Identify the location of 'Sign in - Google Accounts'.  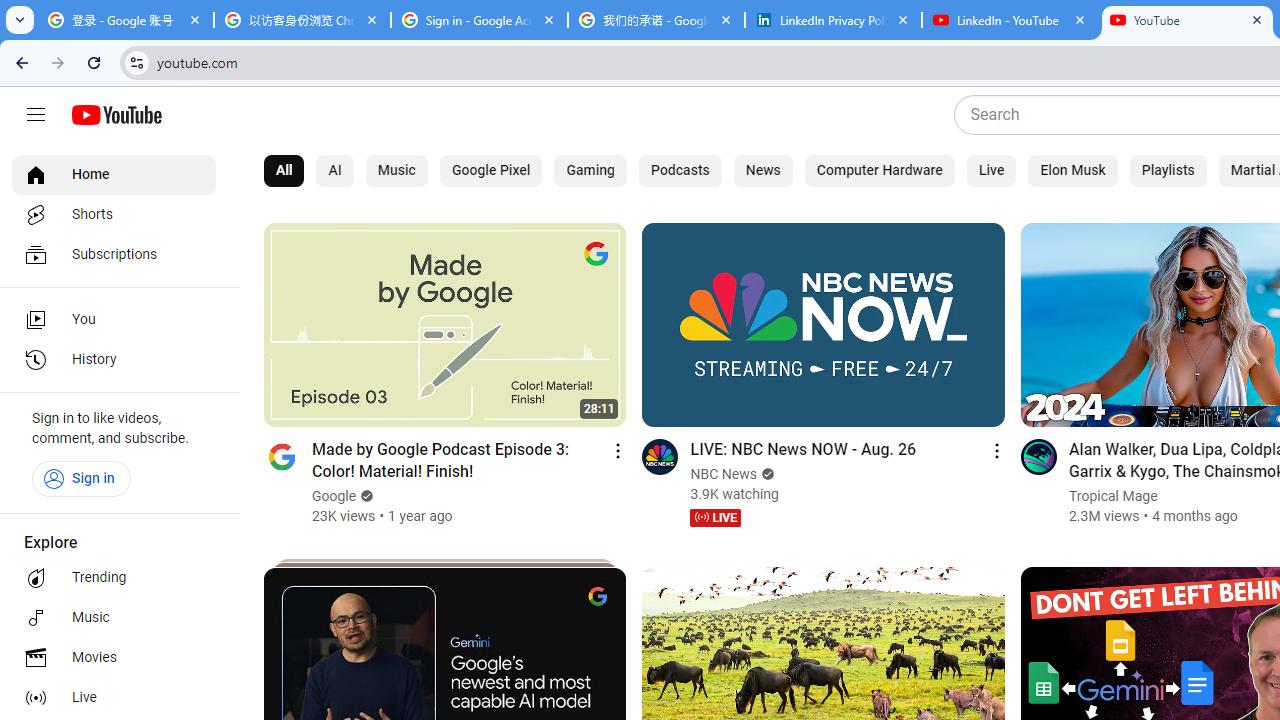
(478, 20).